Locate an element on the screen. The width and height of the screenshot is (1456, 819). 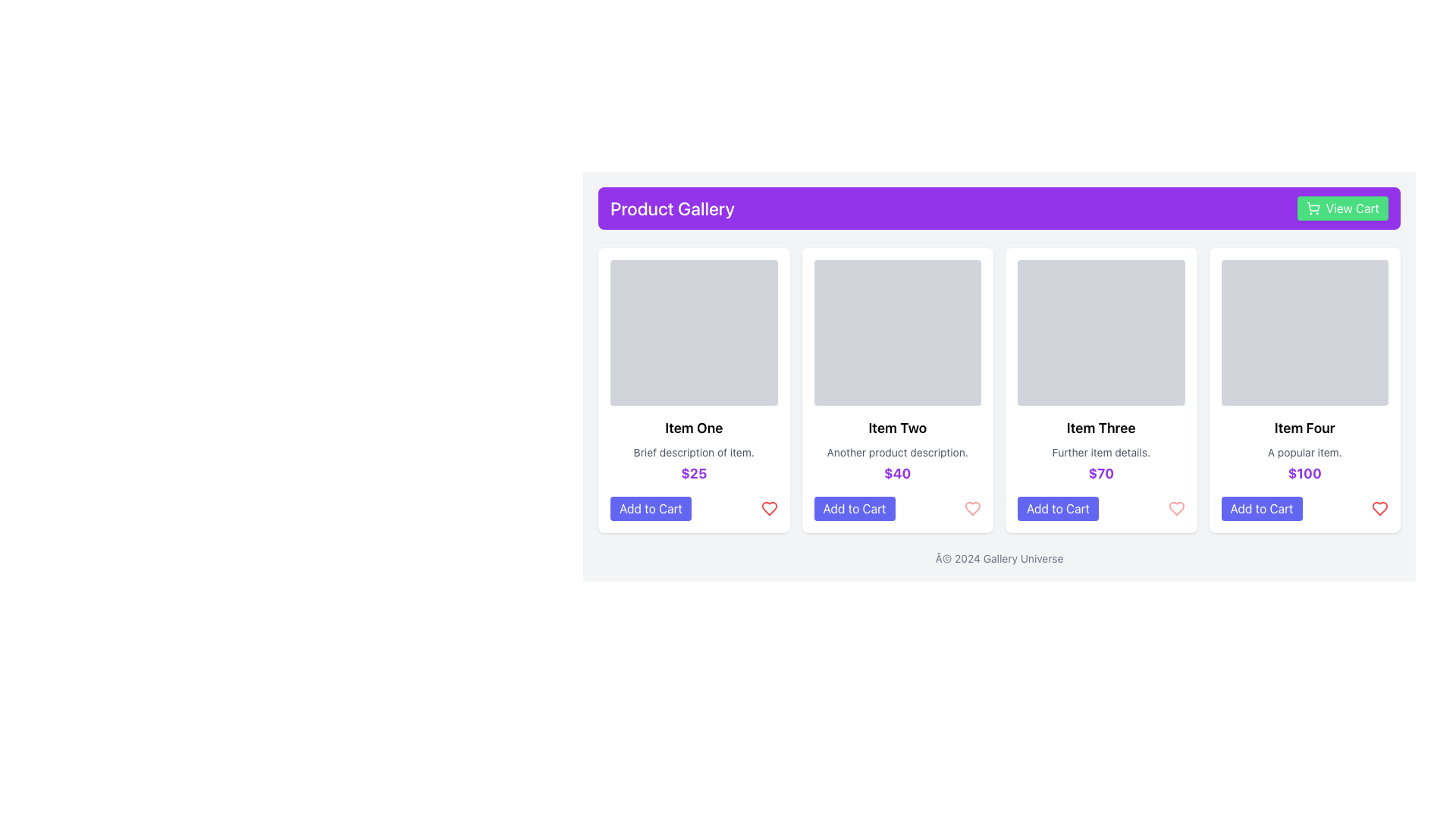
the static text label displaying 'Further item details.' located under the title 'Item Three' in the third product card is located at coordinates (1101, 452).